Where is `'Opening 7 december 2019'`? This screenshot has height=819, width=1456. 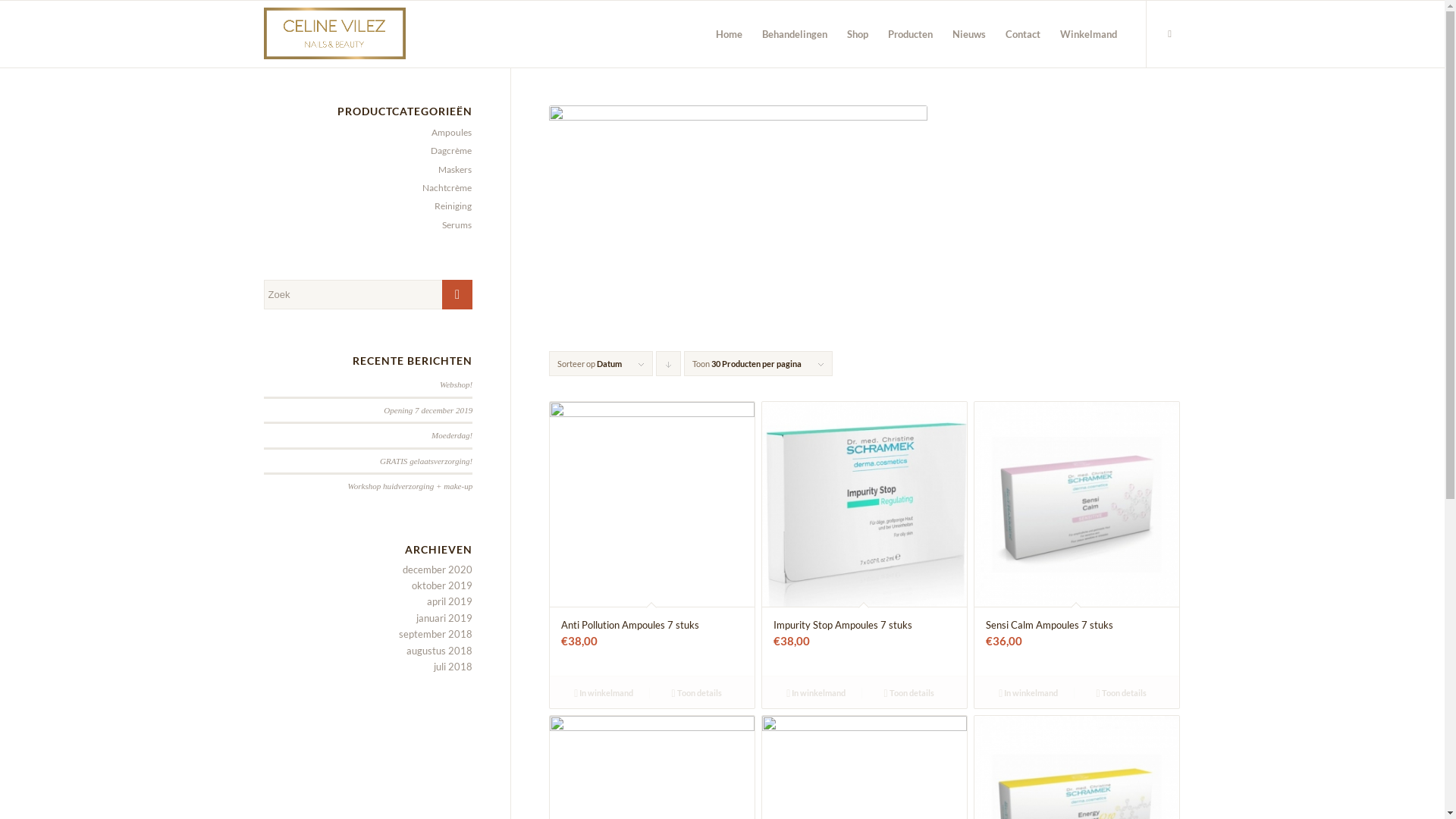 'Opening 7 december 2019' is located at coordinates (427, 409).